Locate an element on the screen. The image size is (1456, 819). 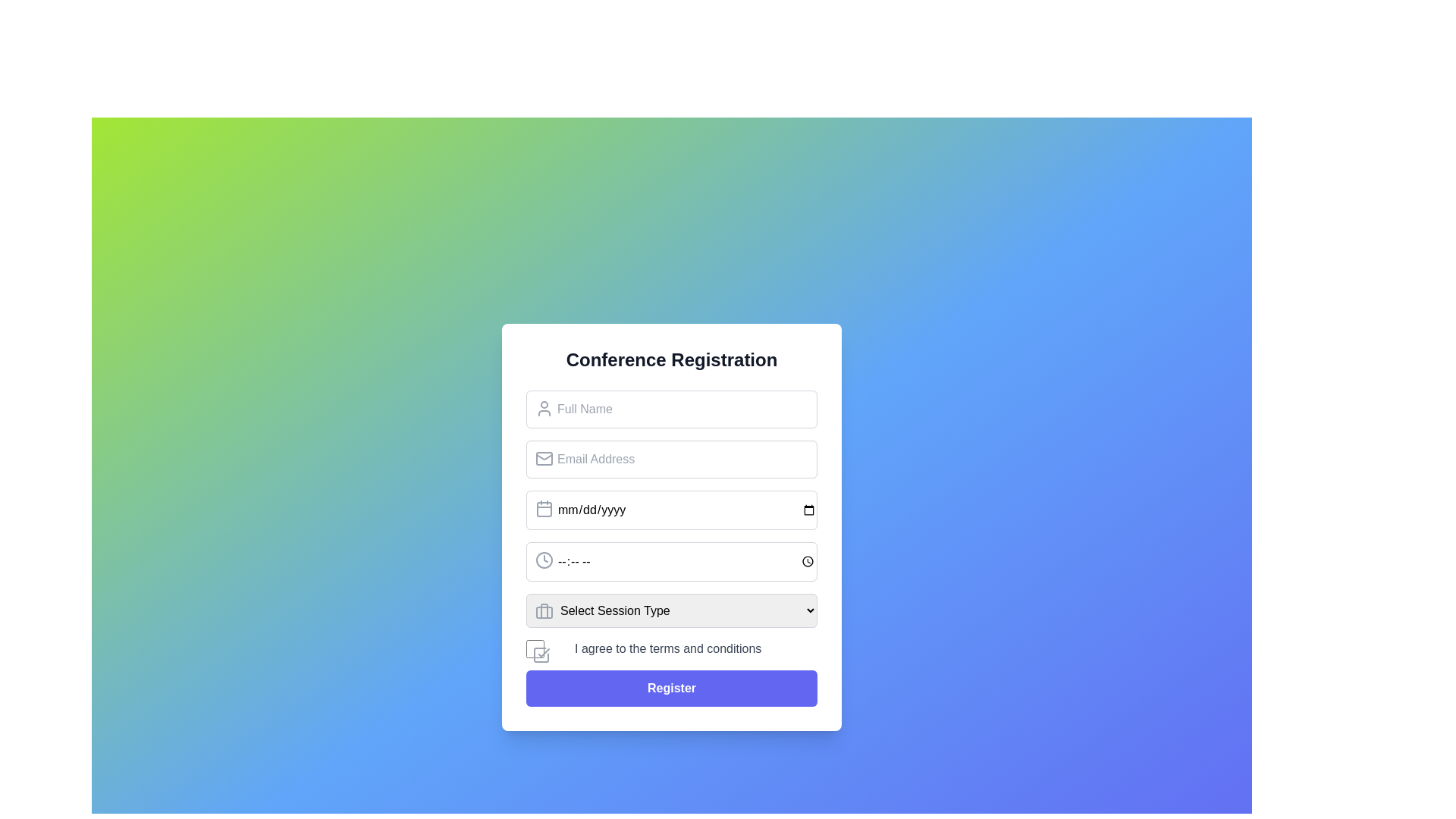
the clock icon located within the time input field, which visually indicates the purpose of the adjacent input field related to time input is located at coordinates (544, 560).